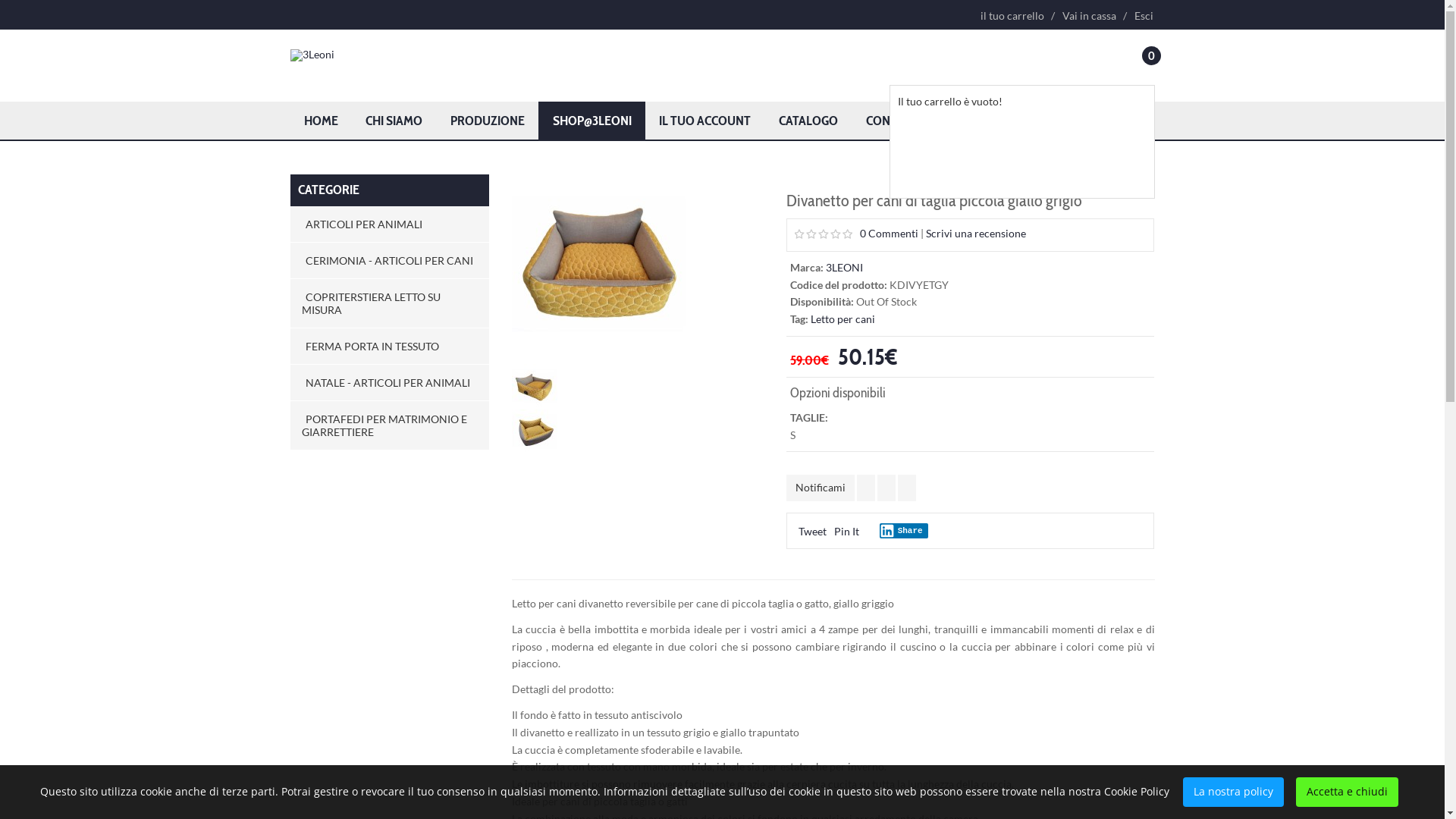 This screenshot has width=1456, height=819. What do you see at coordinates (843, 266) in the screenshot?
I see `'3LEONI'` at bounding box center [843, 266].